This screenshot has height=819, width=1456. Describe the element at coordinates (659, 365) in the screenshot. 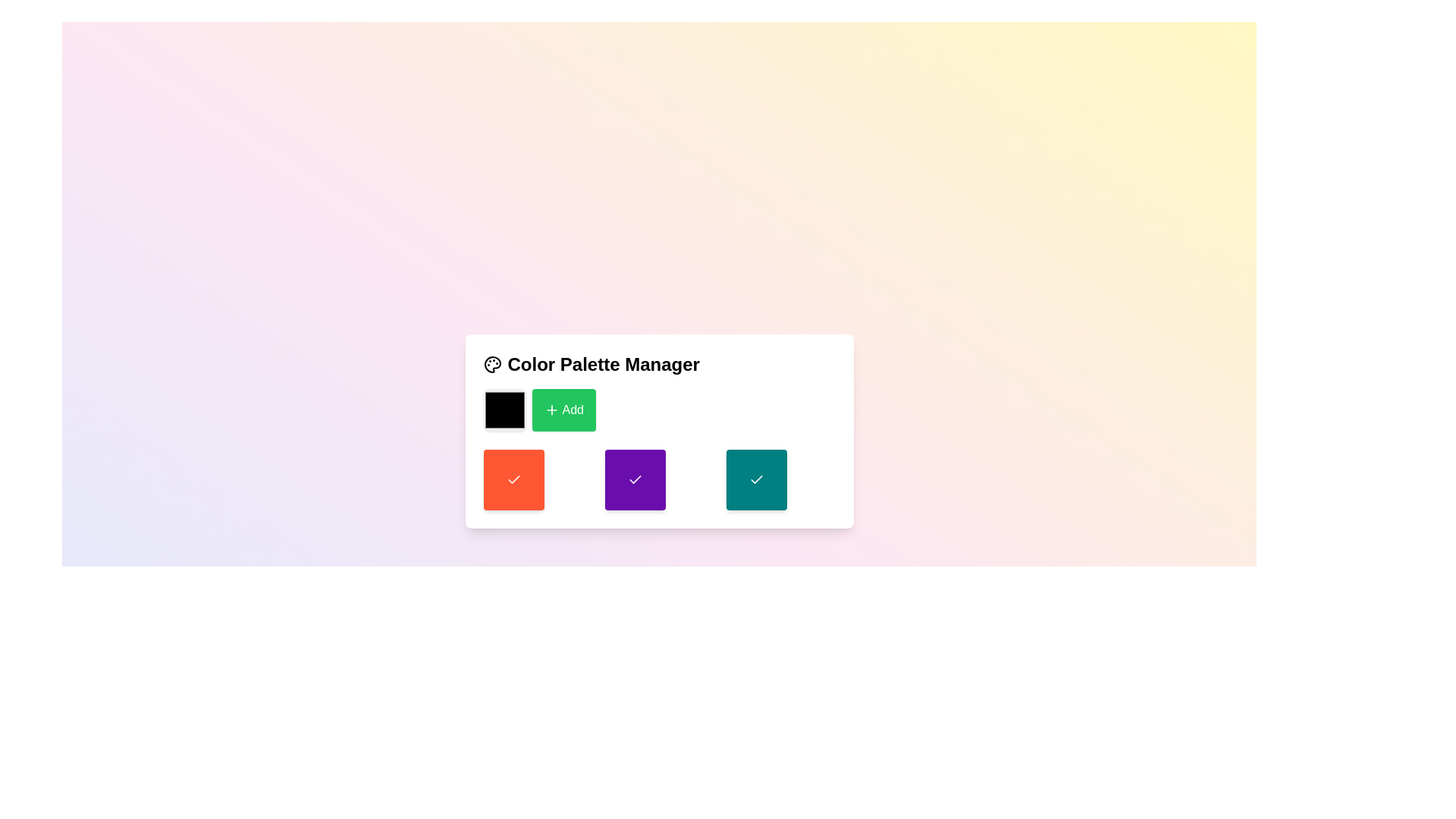

I see `the Header Text which indicates the title of the color palette management tool, located at the top of the card-like structure` at that location.